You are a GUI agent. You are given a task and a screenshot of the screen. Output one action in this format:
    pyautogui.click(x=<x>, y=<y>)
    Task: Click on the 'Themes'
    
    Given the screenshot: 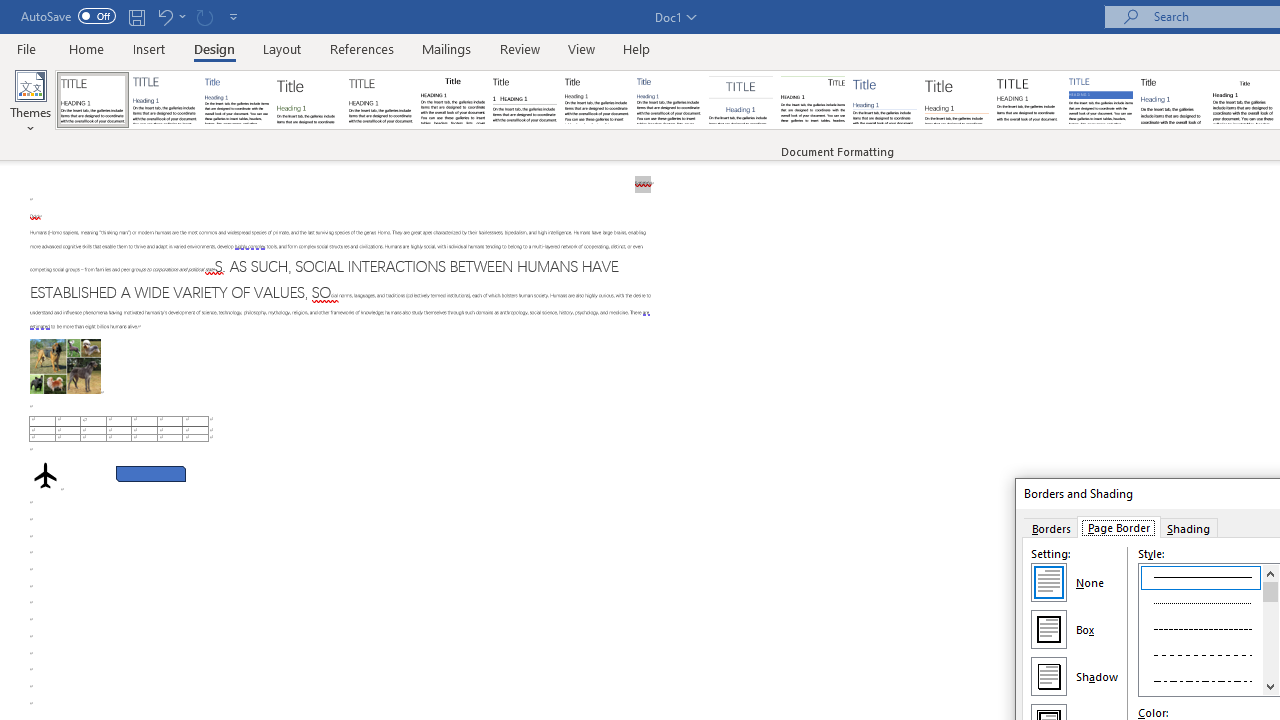 What is the action you would take?
    pyautogui.click(x=30, y=103)
    